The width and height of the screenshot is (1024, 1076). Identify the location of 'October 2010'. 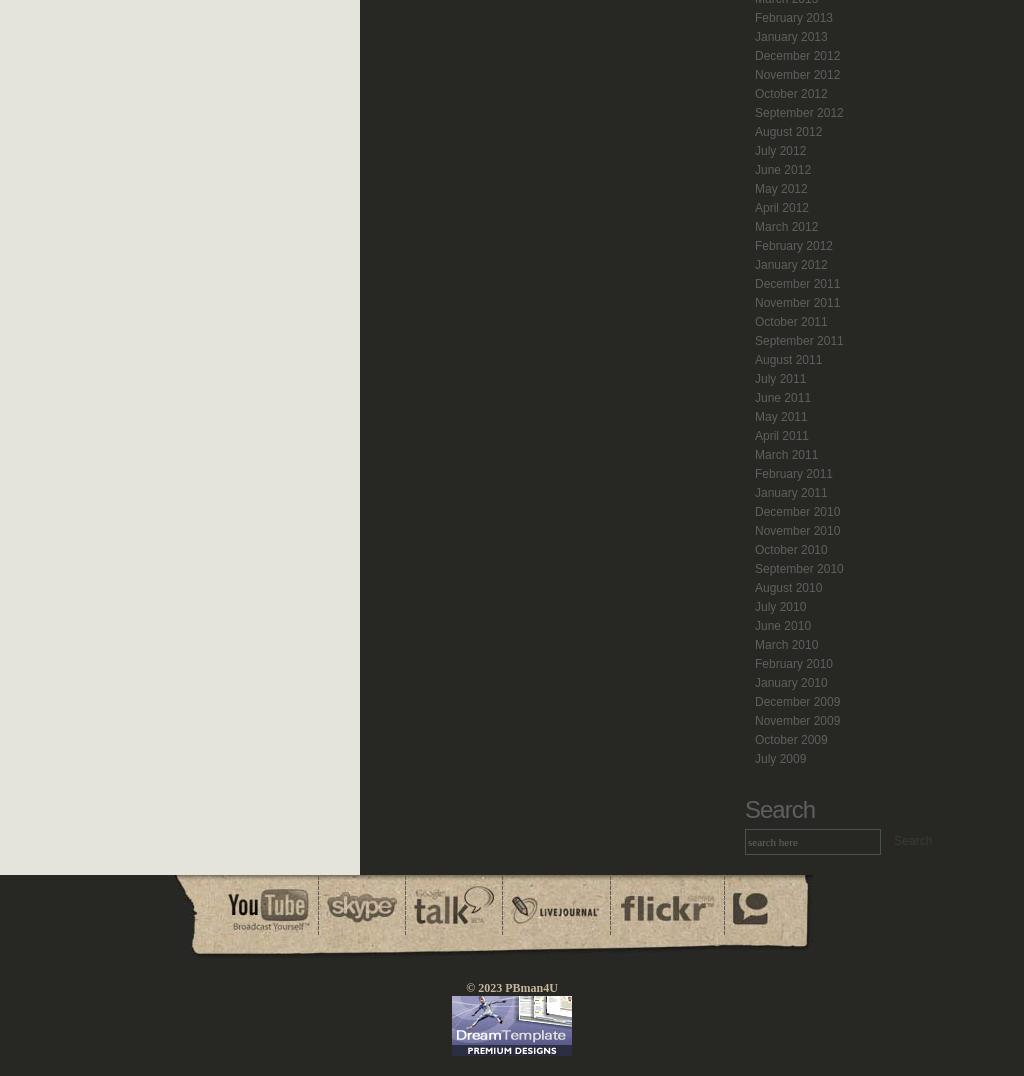
(791, 549).